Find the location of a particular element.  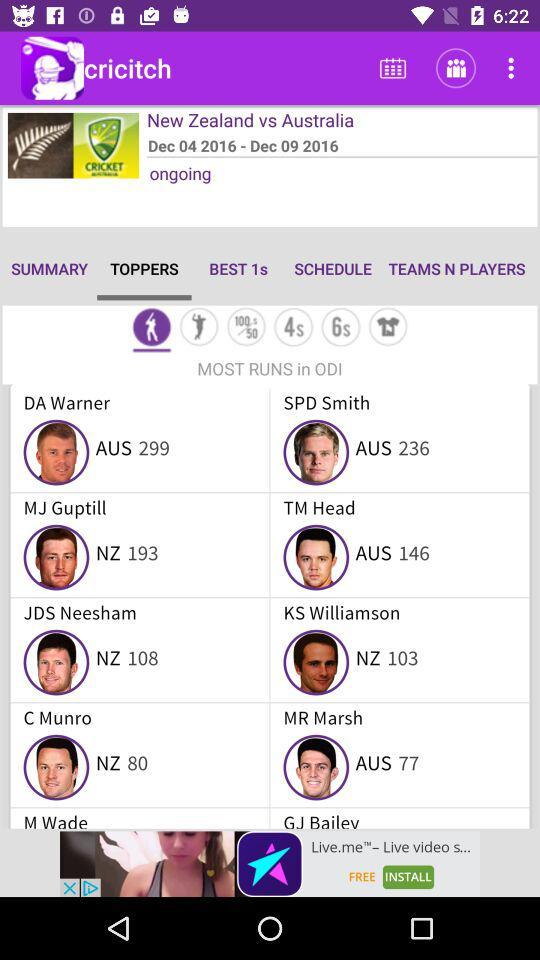

mode selection is located at coordinates (150, 329).